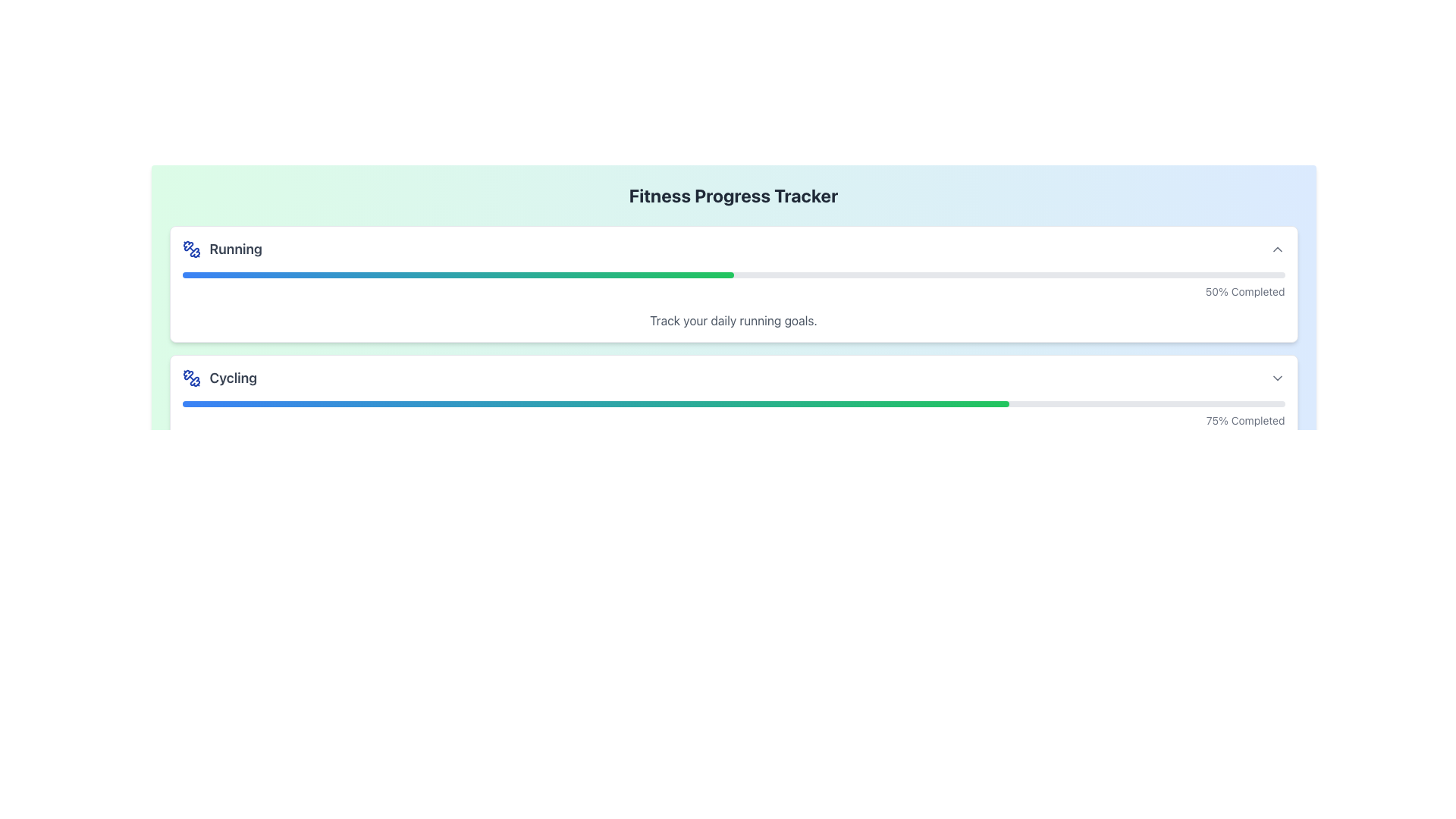  I want to click on completion percentage of the second Progress Bar Segment located in the 'Cycling' section, which visually indicates task progress, so click(595, 403).